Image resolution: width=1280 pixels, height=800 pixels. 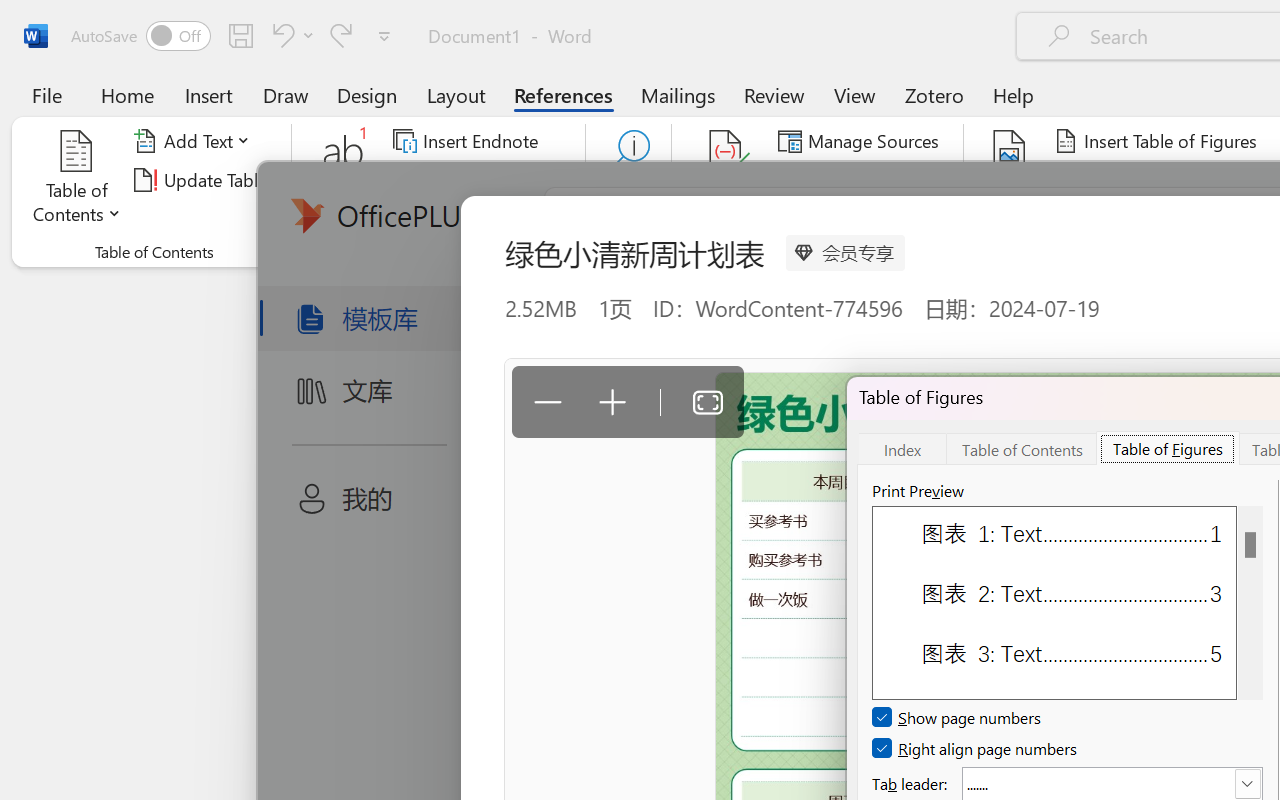 What do you see at coordinates (1159, 141) in the screenshot?
I see `'Insert Table of Figures...'` at bounding box center [1159, 141].